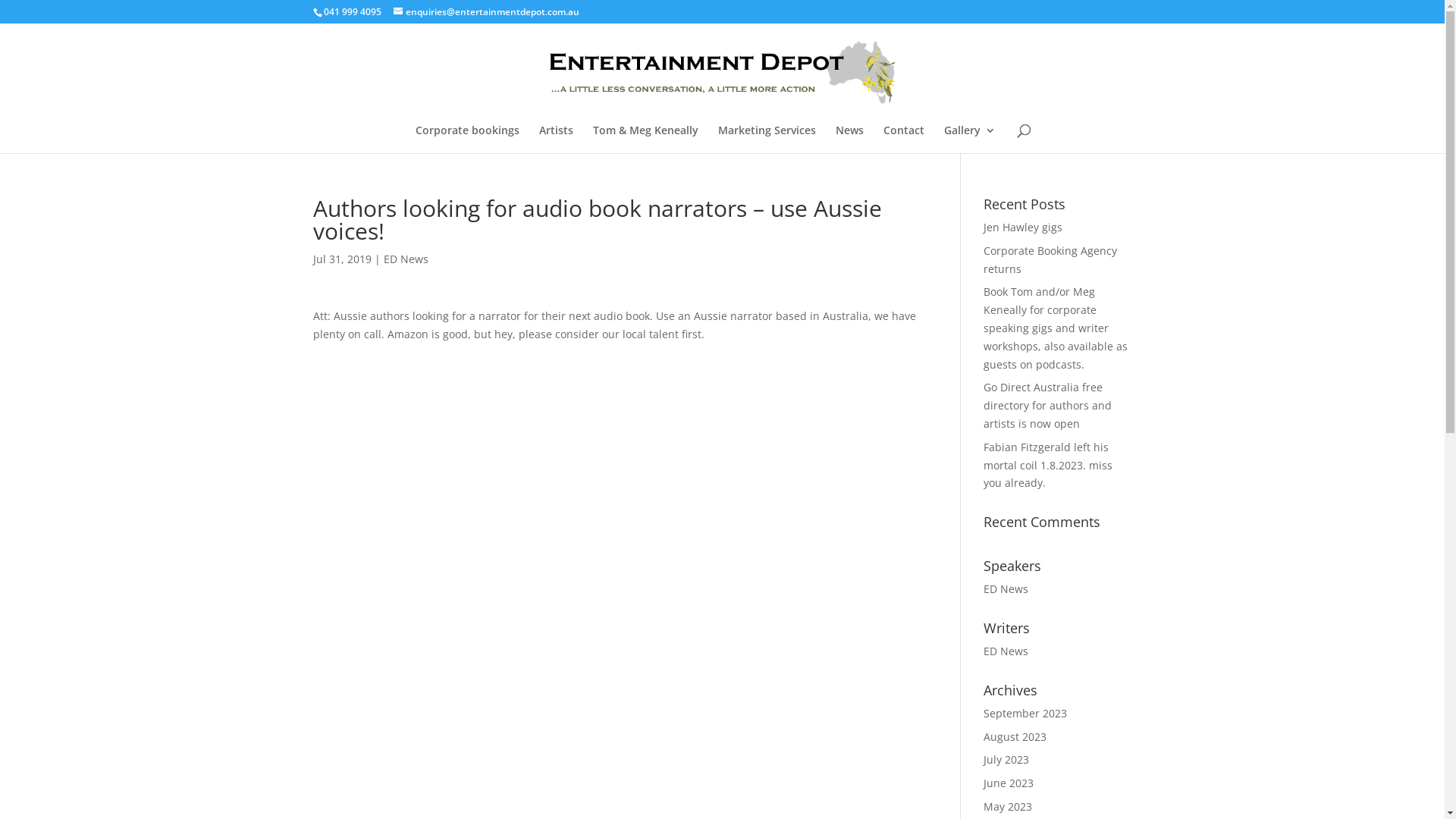 The image size is (1456, 819). What do you see at coordinates (1015, 736) in the screenshot?
I see `'August 2023'` at bounding box center [1015, 736].